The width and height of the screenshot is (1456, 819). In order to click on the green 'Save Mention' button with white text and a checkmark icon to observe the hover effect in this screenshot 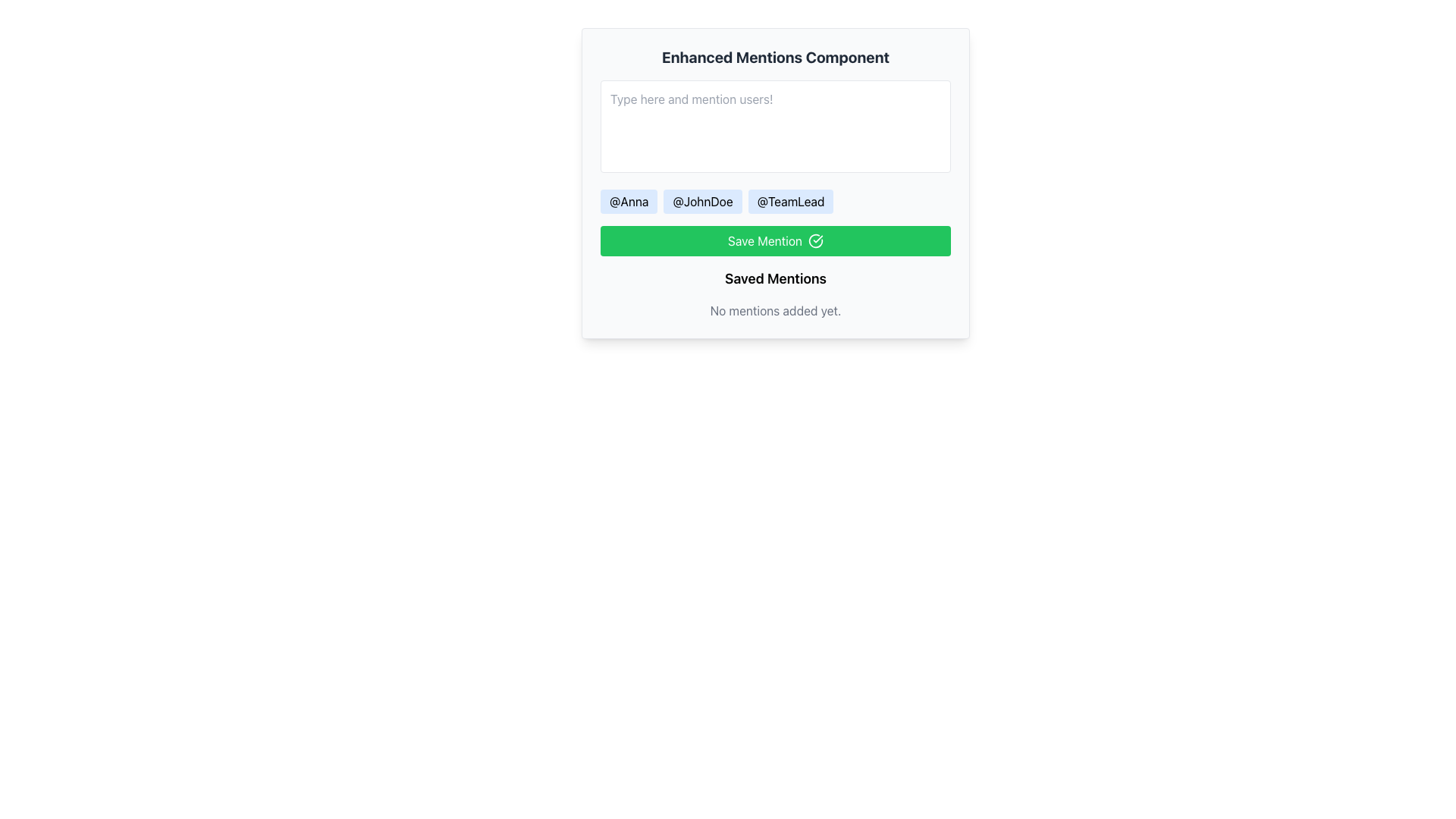, I will do `click(775, 240)`.